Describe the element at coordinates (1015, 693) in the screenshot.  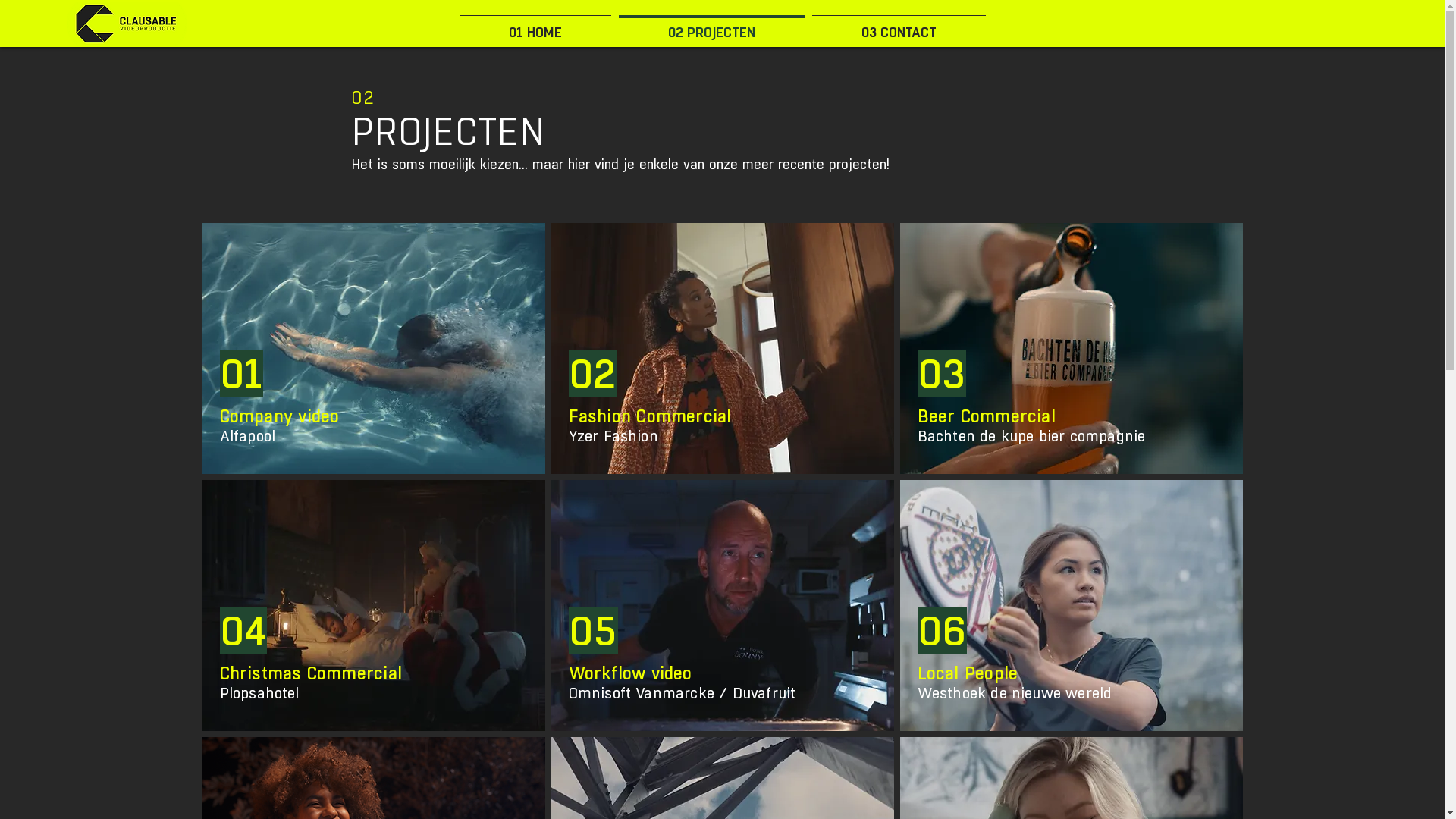
I see `'Westhoek de nieuwe wereld'` at that location.